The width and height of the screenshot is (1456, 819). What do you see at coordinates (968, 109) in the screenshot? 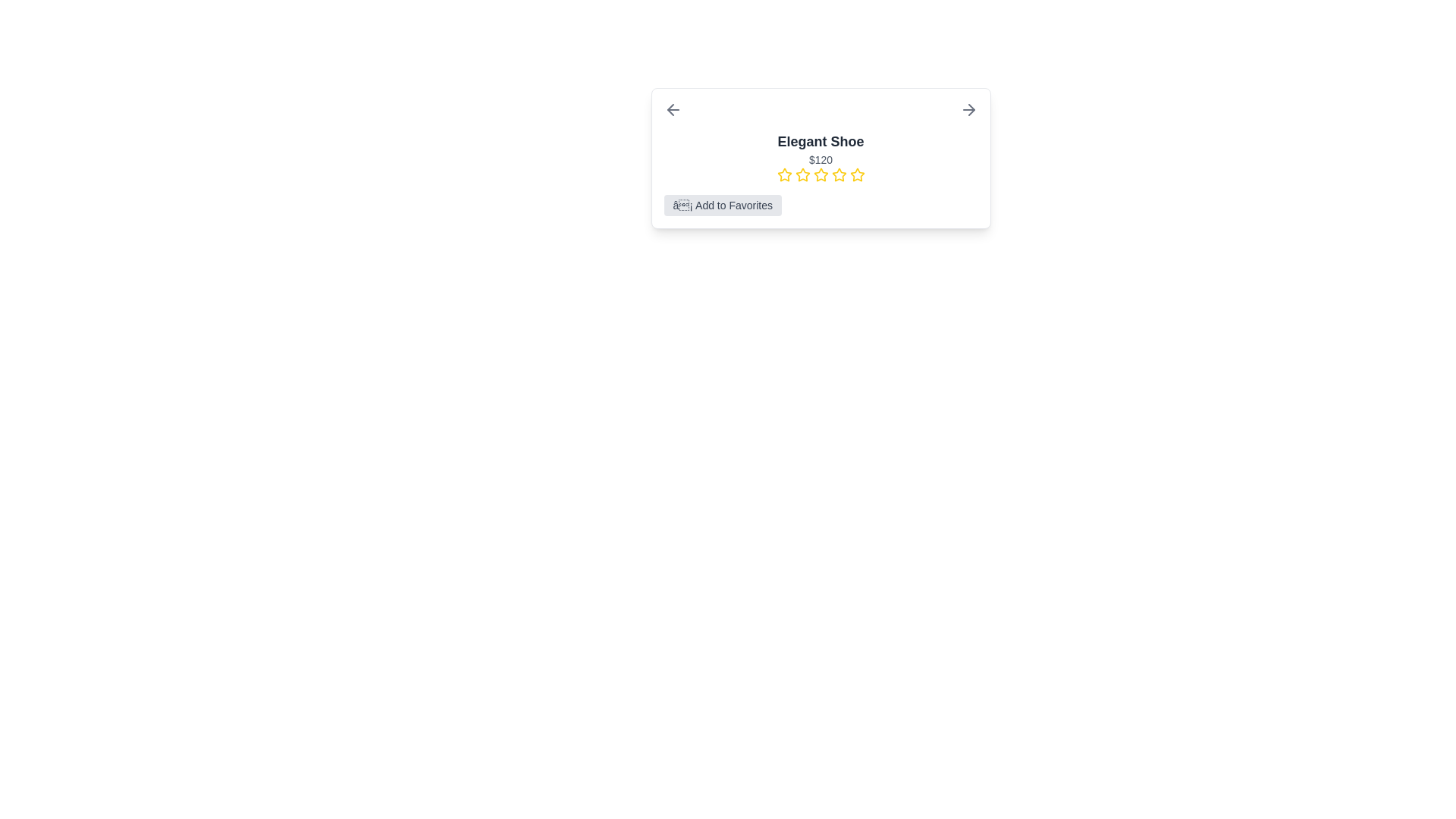
I see `the navigational button located at the far right of the header section of the card UI component` at bounding box center [968, 109].